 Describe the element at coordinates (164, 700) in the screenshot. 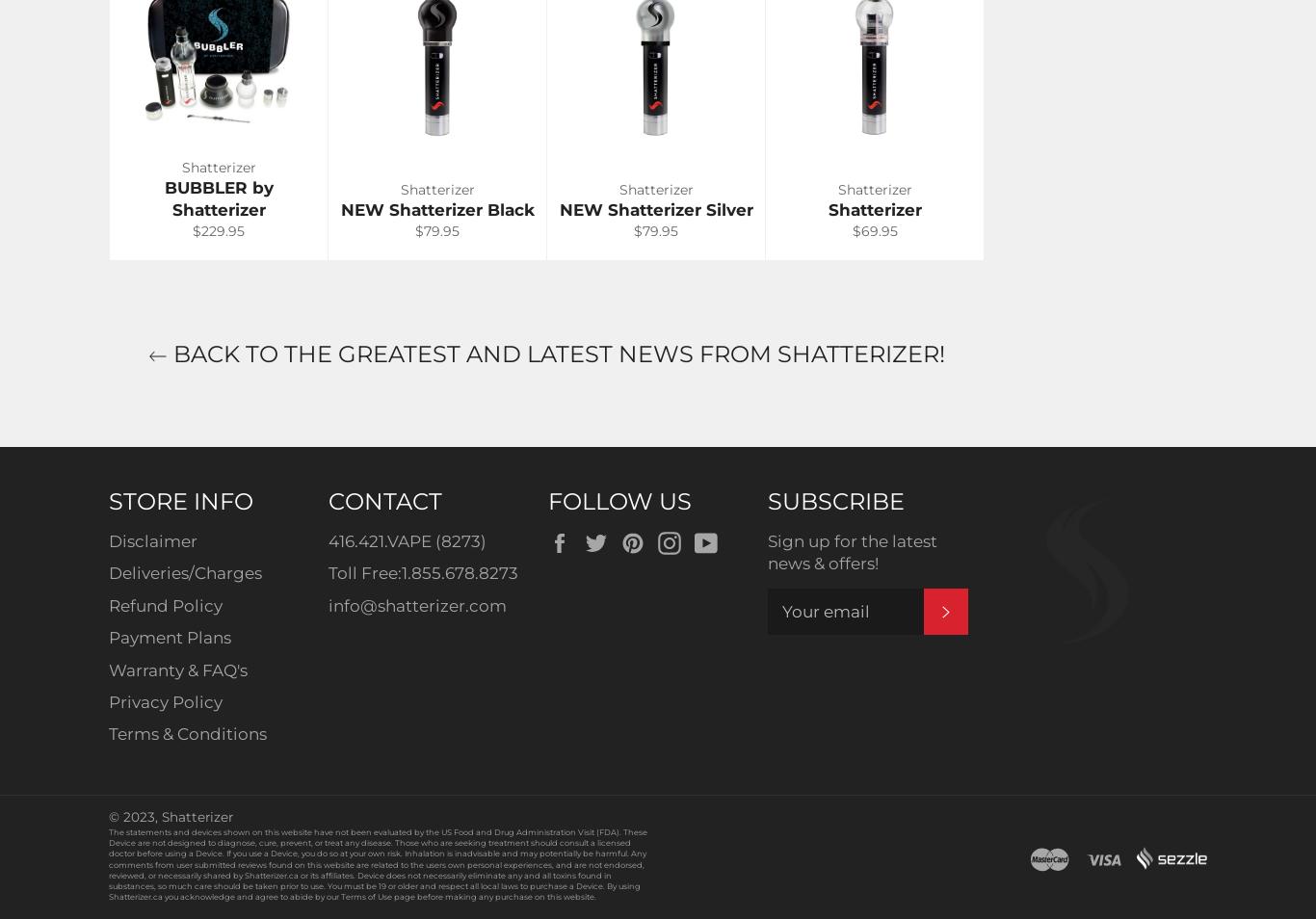

I see `'Privacy Policy'` at that location.